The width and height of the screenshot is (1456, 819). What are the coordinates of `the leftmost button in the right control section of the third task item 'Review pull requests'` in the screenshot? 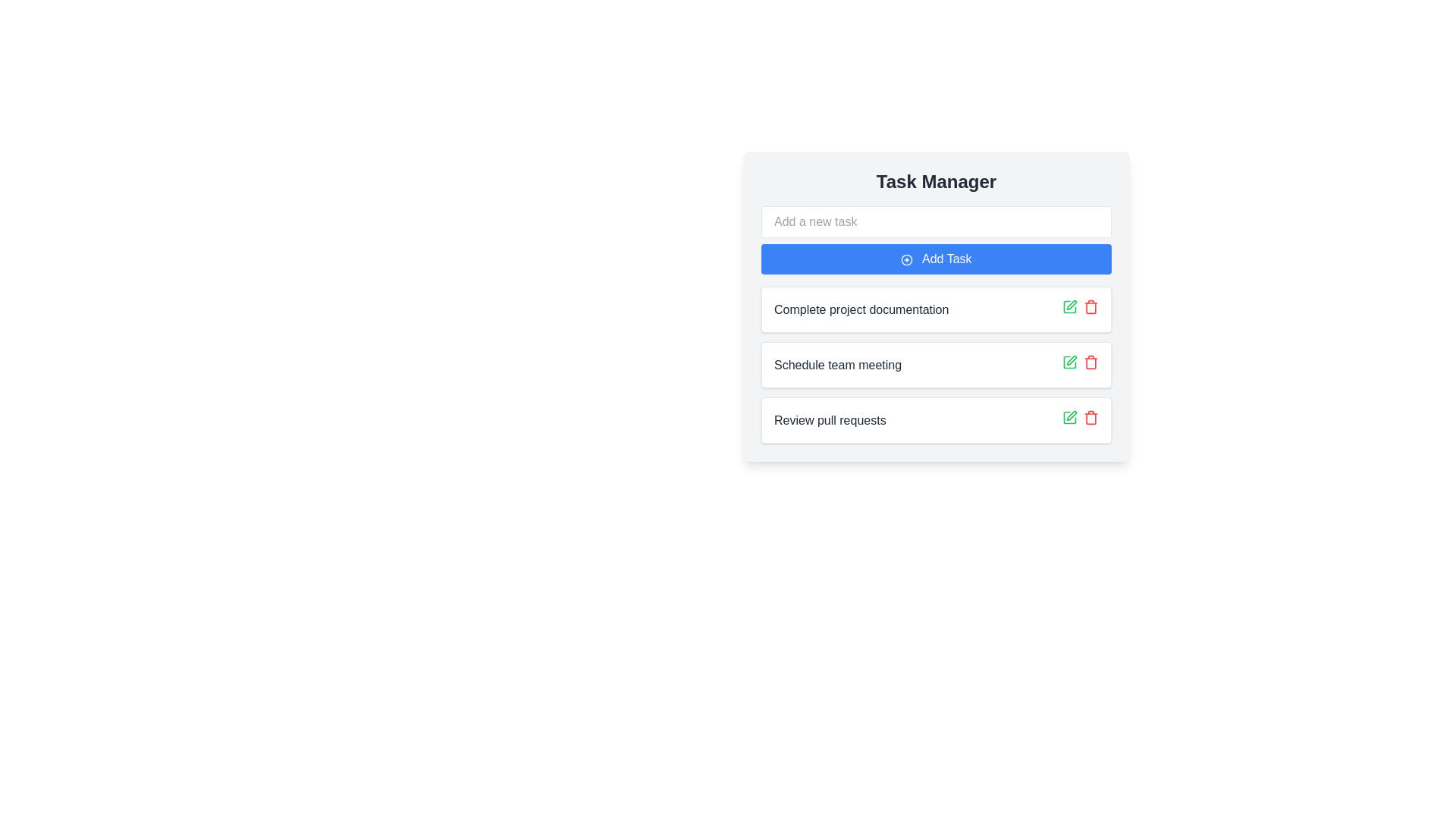 It's located at (1069, 418).